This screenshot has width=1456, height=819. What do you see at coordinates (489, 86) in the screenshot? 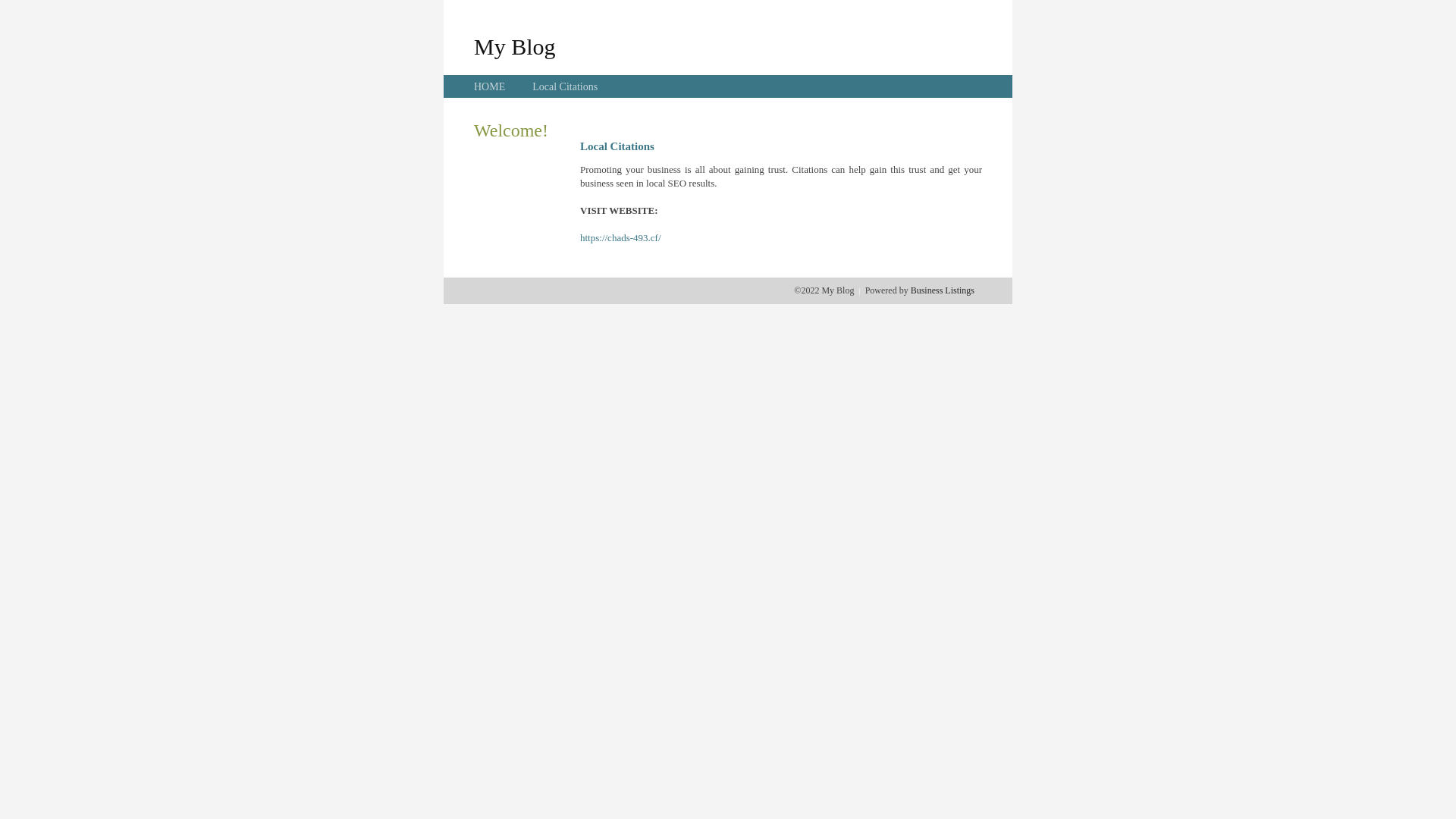
I see `'HOME'` at bounding box center [489, 86].